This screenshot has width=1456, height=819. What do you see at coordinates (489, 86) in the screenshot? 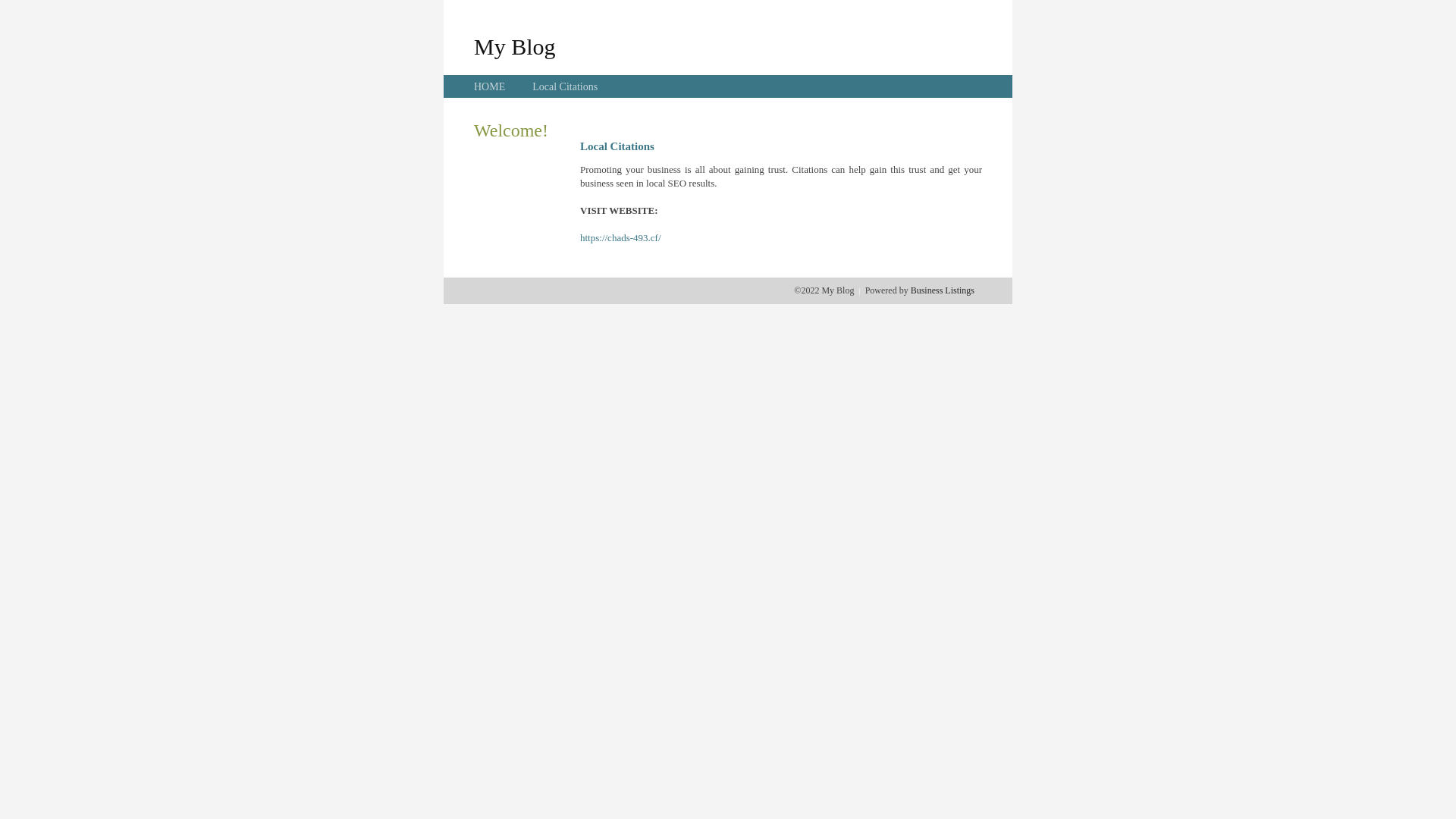
I see `'HOME'` at bounding box center [489, 86].